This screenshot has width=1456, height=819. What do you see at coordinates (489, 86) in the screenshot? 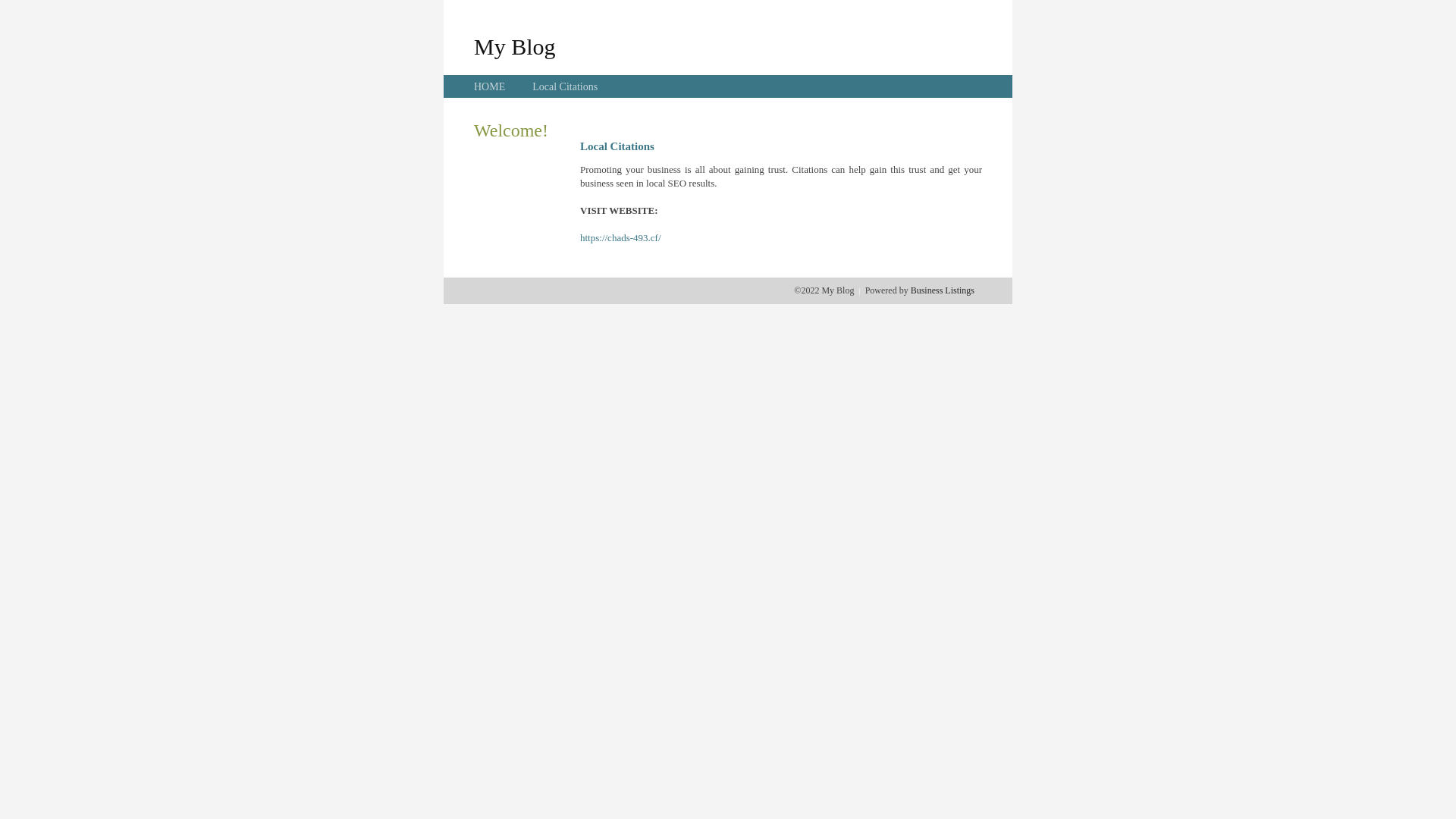
I see `'HOME'` at bounding box center [489, 86].